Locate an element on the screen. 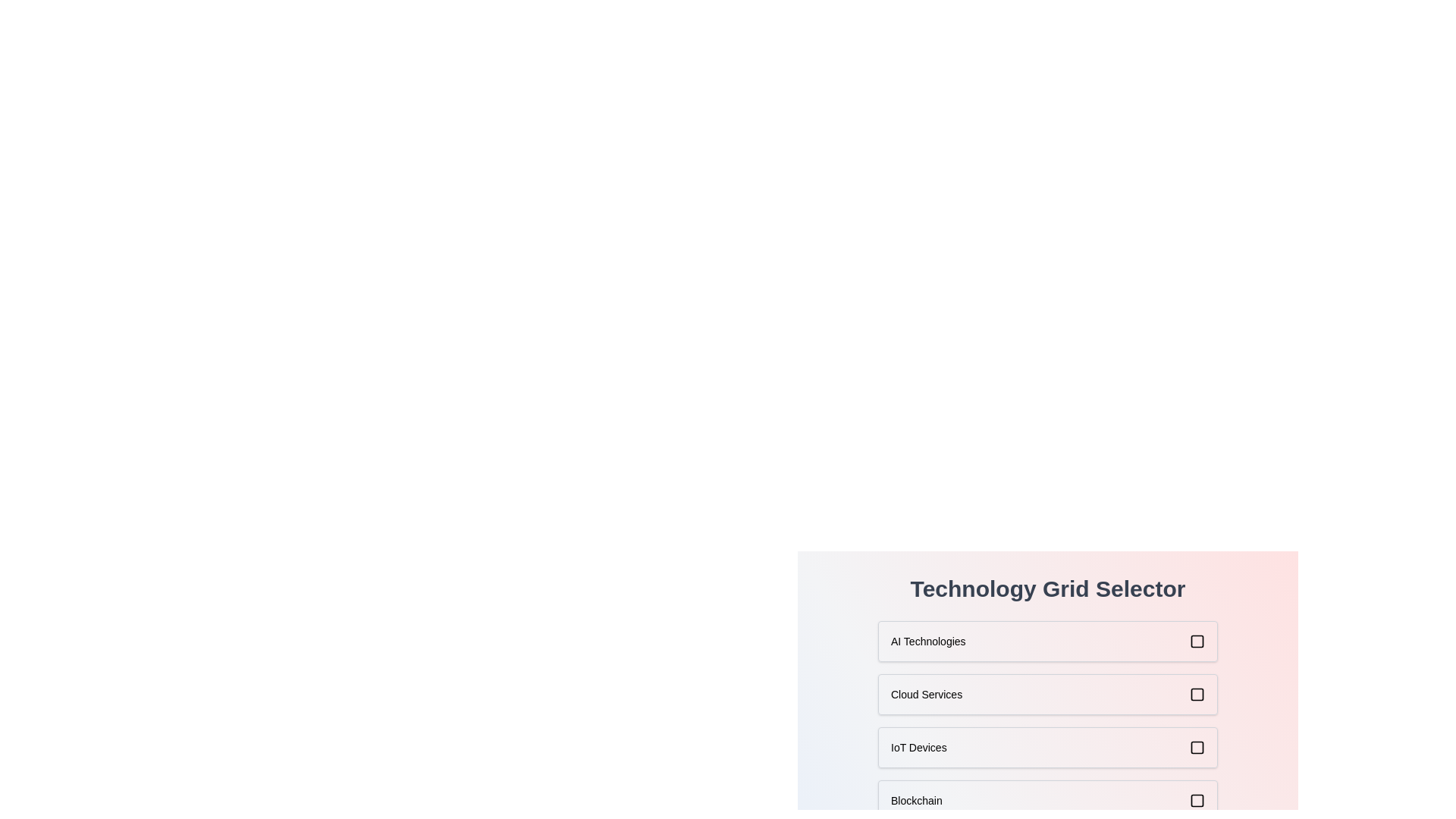  the item Blockchain to see its hover effect is located at coordinates (1047, 800).